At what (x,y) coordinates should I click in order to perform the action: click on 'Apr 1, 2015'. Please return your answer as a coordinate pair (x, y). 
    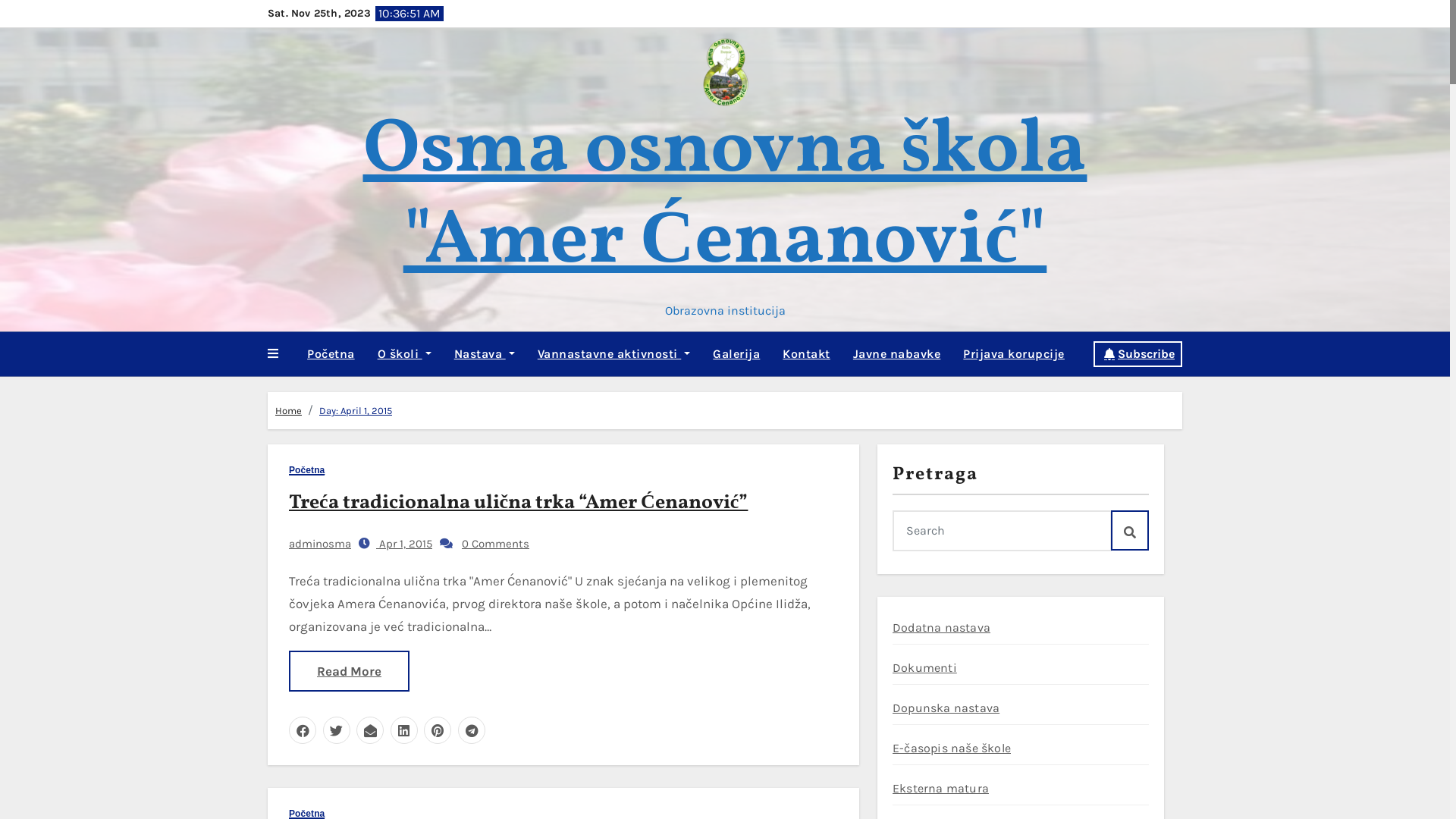
    Looking at the image, I should click on (403, 543).